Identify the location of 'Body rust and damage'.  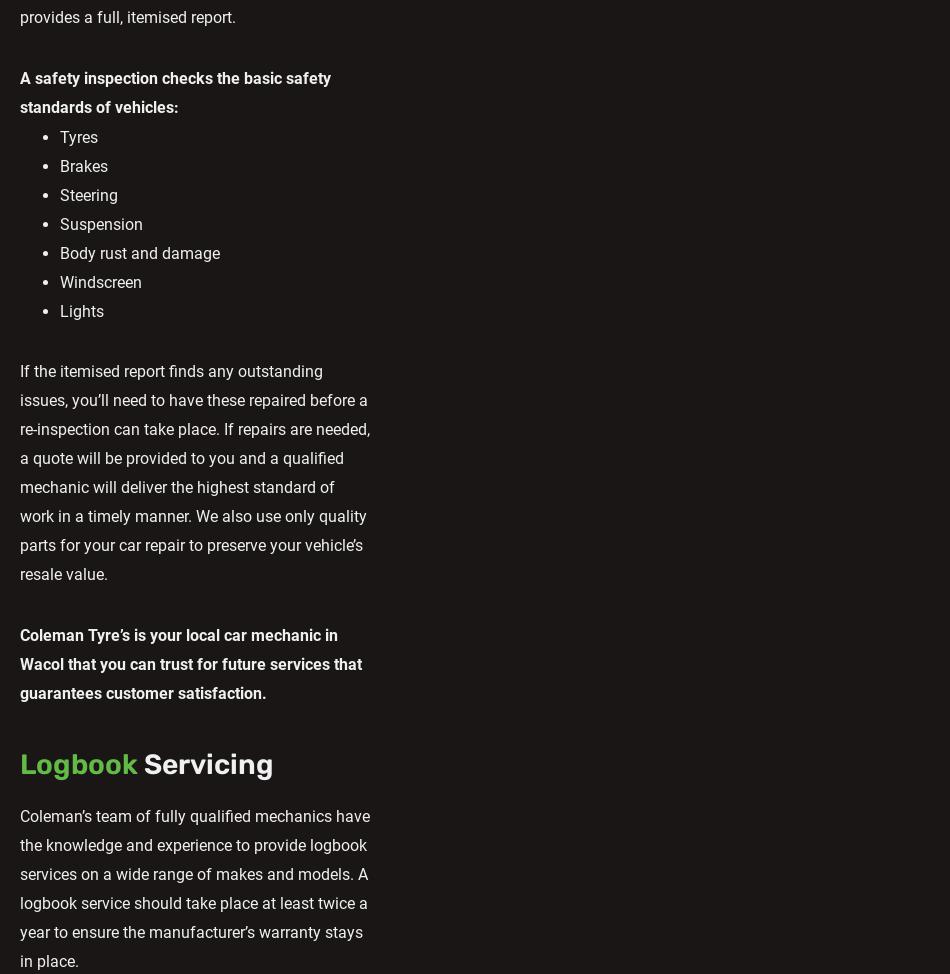
(140, 252).